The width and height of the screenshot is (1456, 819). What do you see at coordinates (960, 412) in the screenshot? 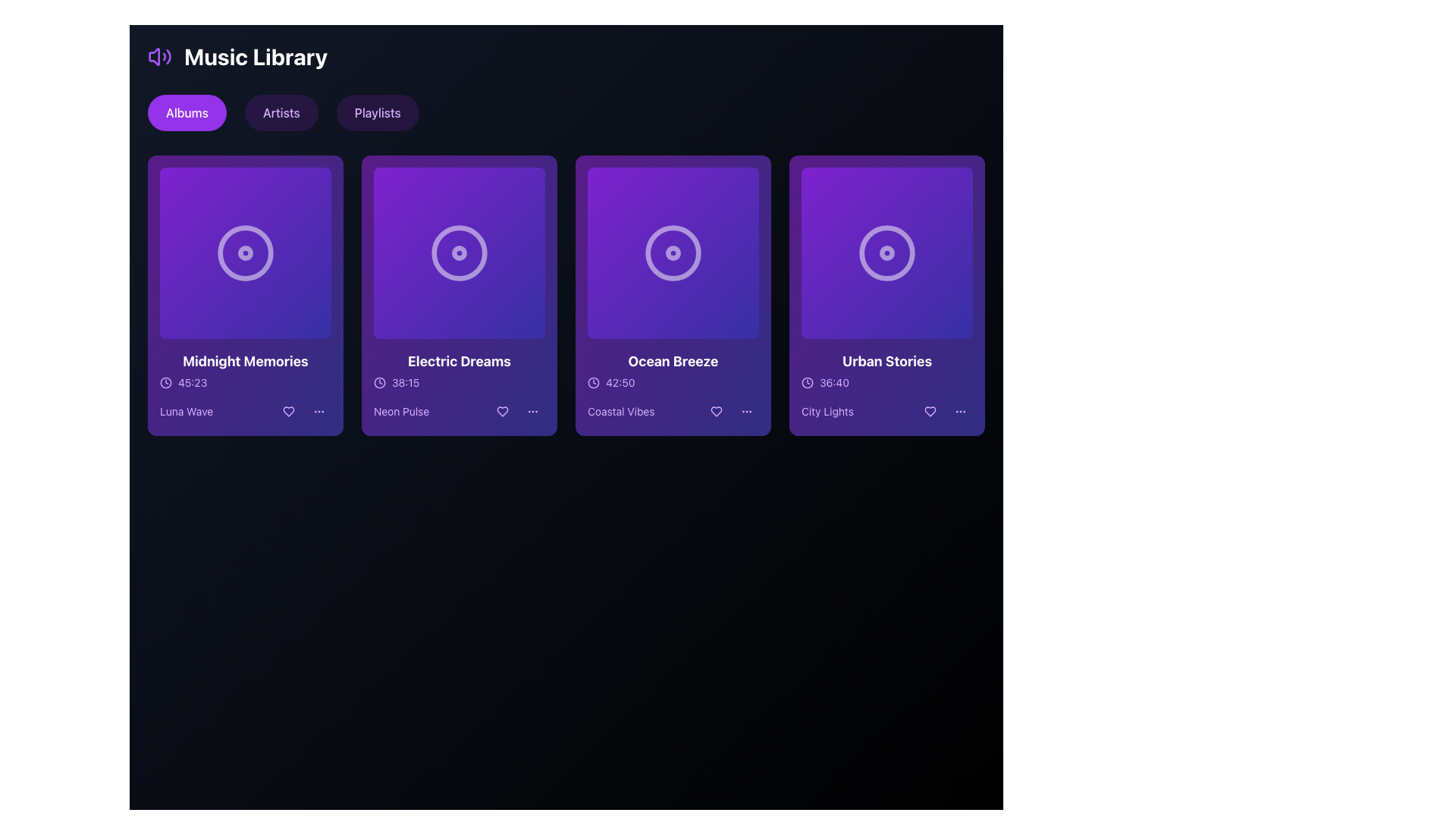
I see `the three-dot icon located at the bottom right corner of the fourth card titled 'Urban Stories'` at bounding box center [960, 412].